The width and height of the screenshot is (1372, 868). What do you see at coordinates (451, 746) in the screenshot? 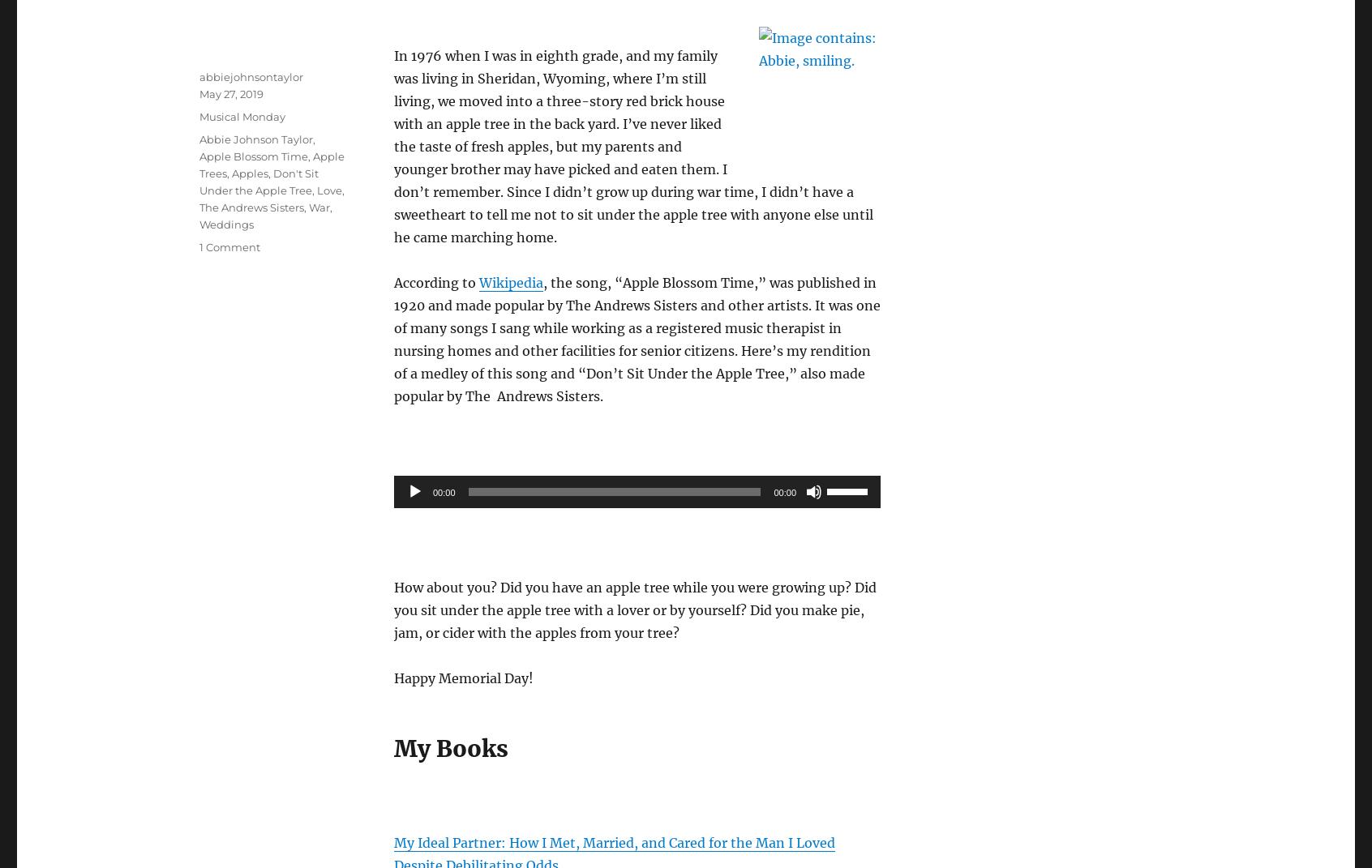
I see `'My Books'` at bounding box center [451, 746].